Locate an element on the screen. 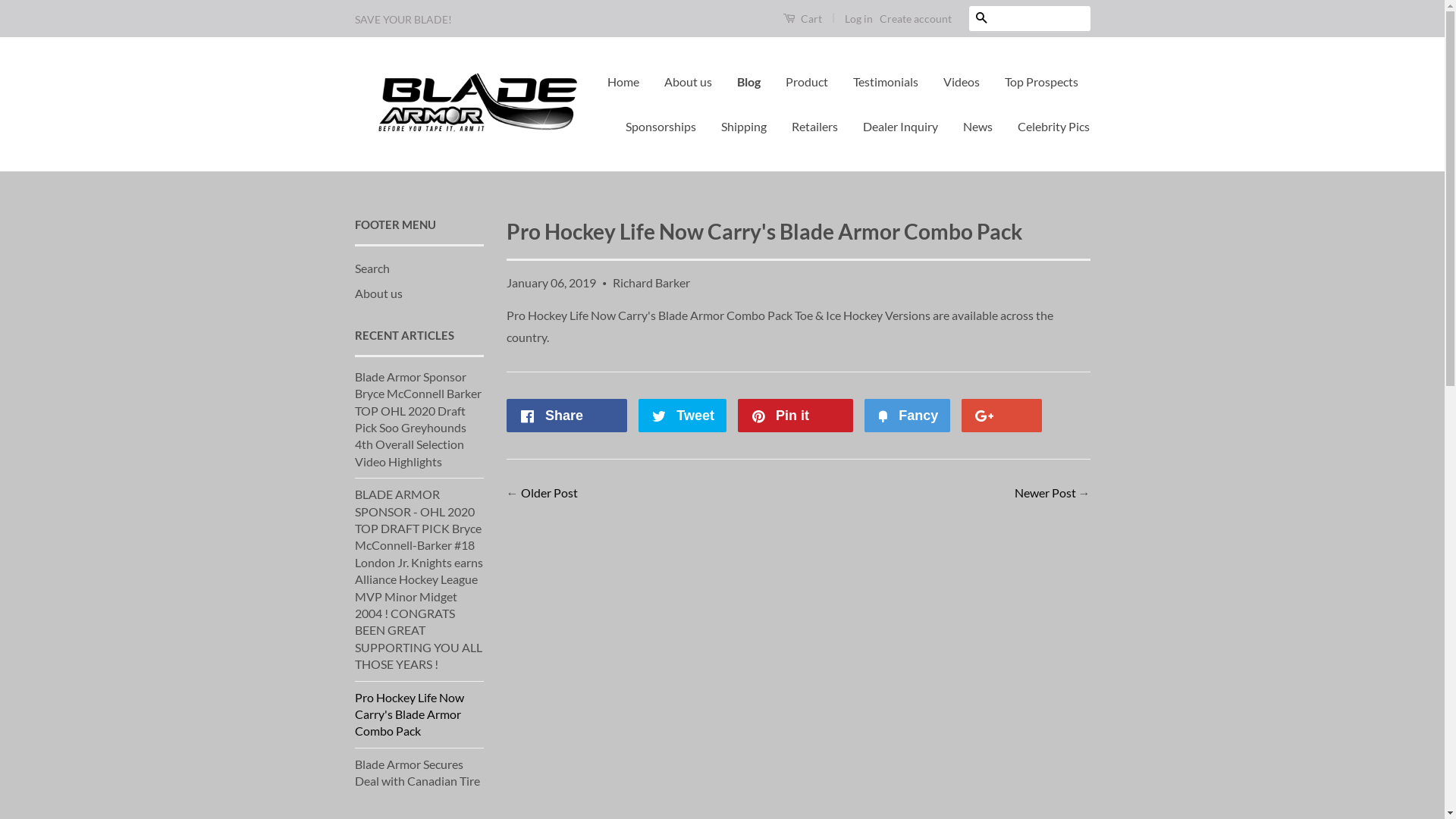 The image size is (1456, 819). 'Search' is located at coordinates (372, 267).